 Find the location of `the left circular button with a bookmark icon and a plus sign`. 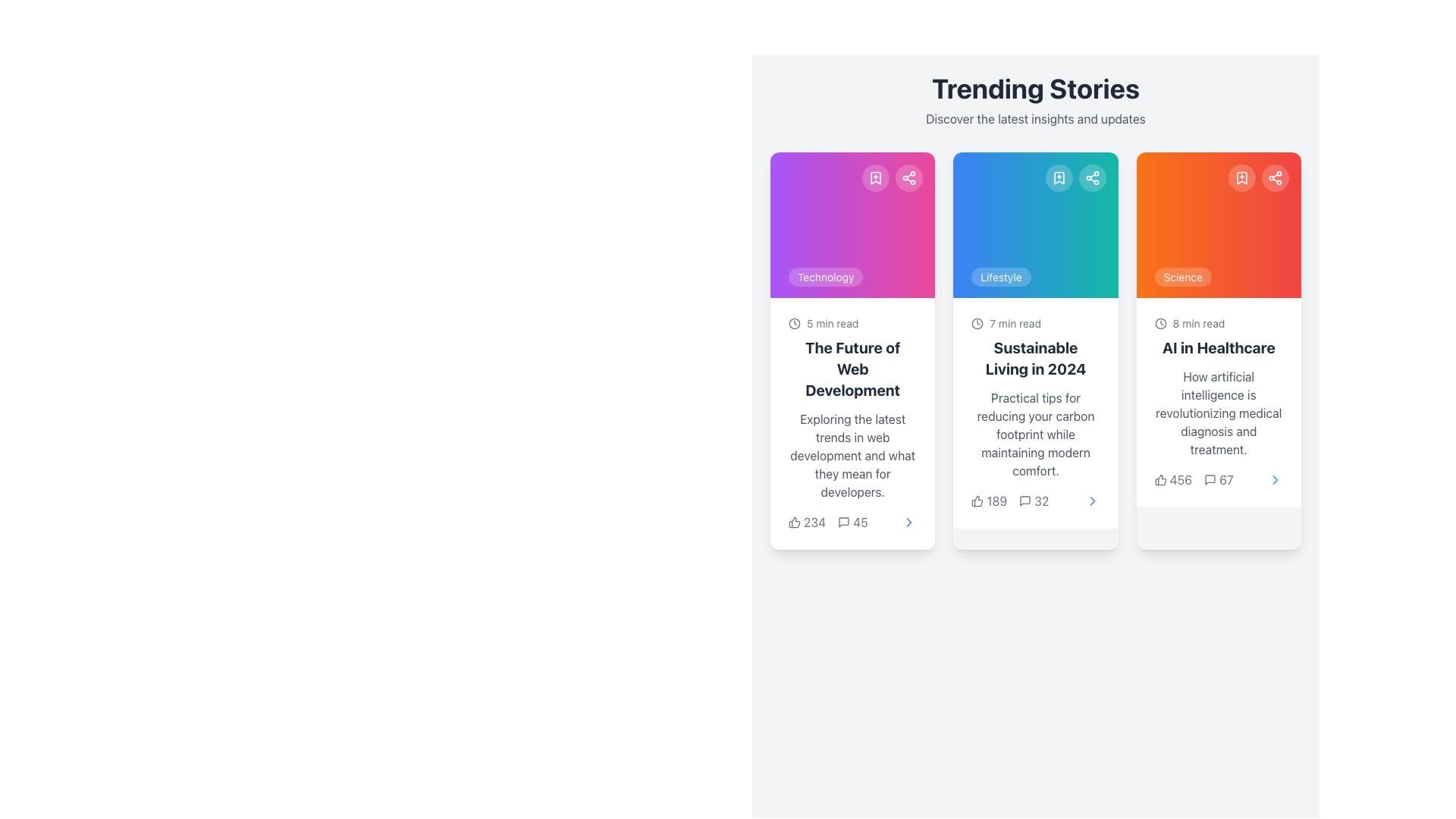

the left circular button with a bookmark icon and a plus sign is located at coordinates (1075, 177).